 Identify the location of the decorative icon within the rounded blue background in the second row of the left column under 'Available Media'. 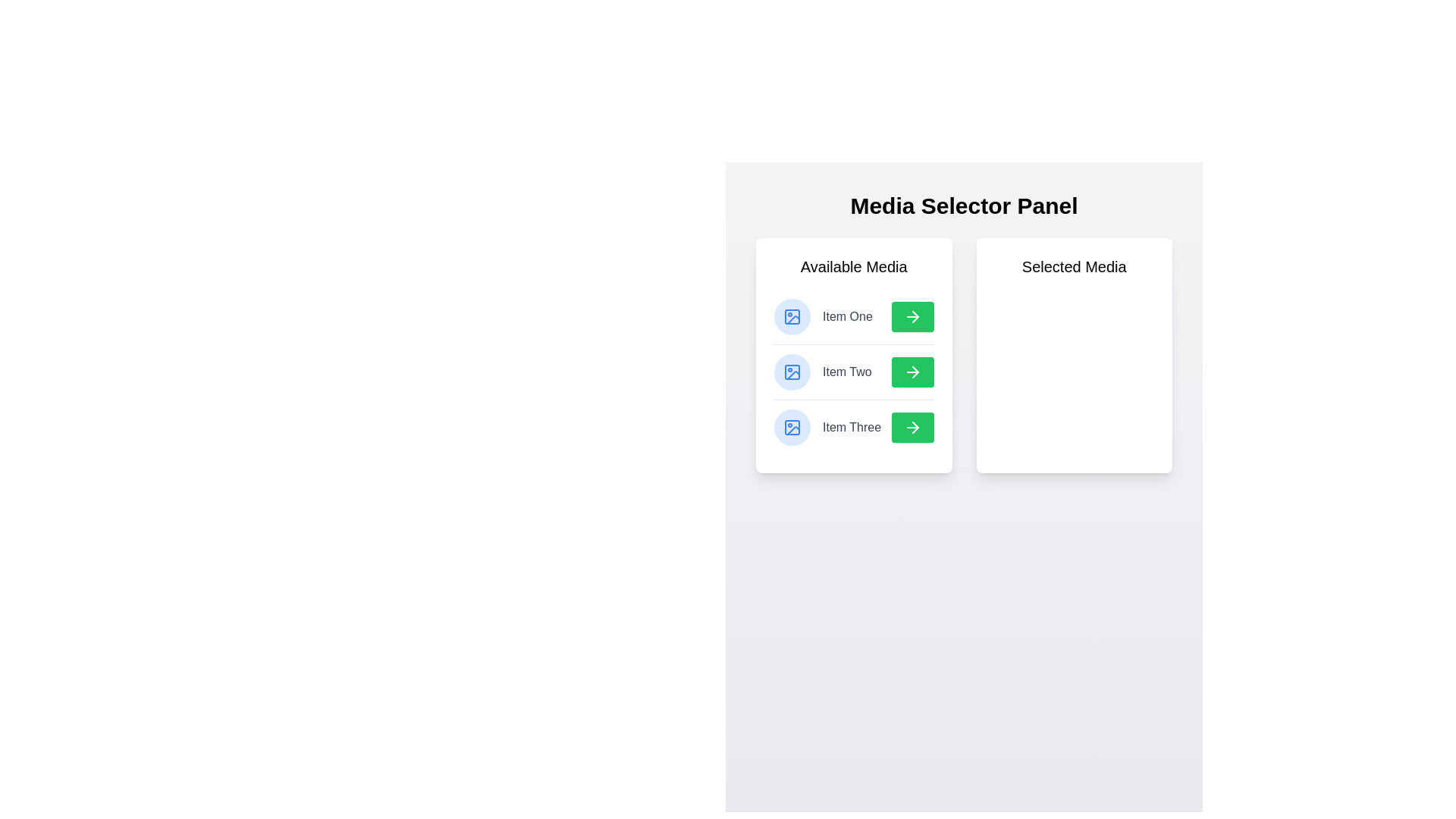
(792, 372).